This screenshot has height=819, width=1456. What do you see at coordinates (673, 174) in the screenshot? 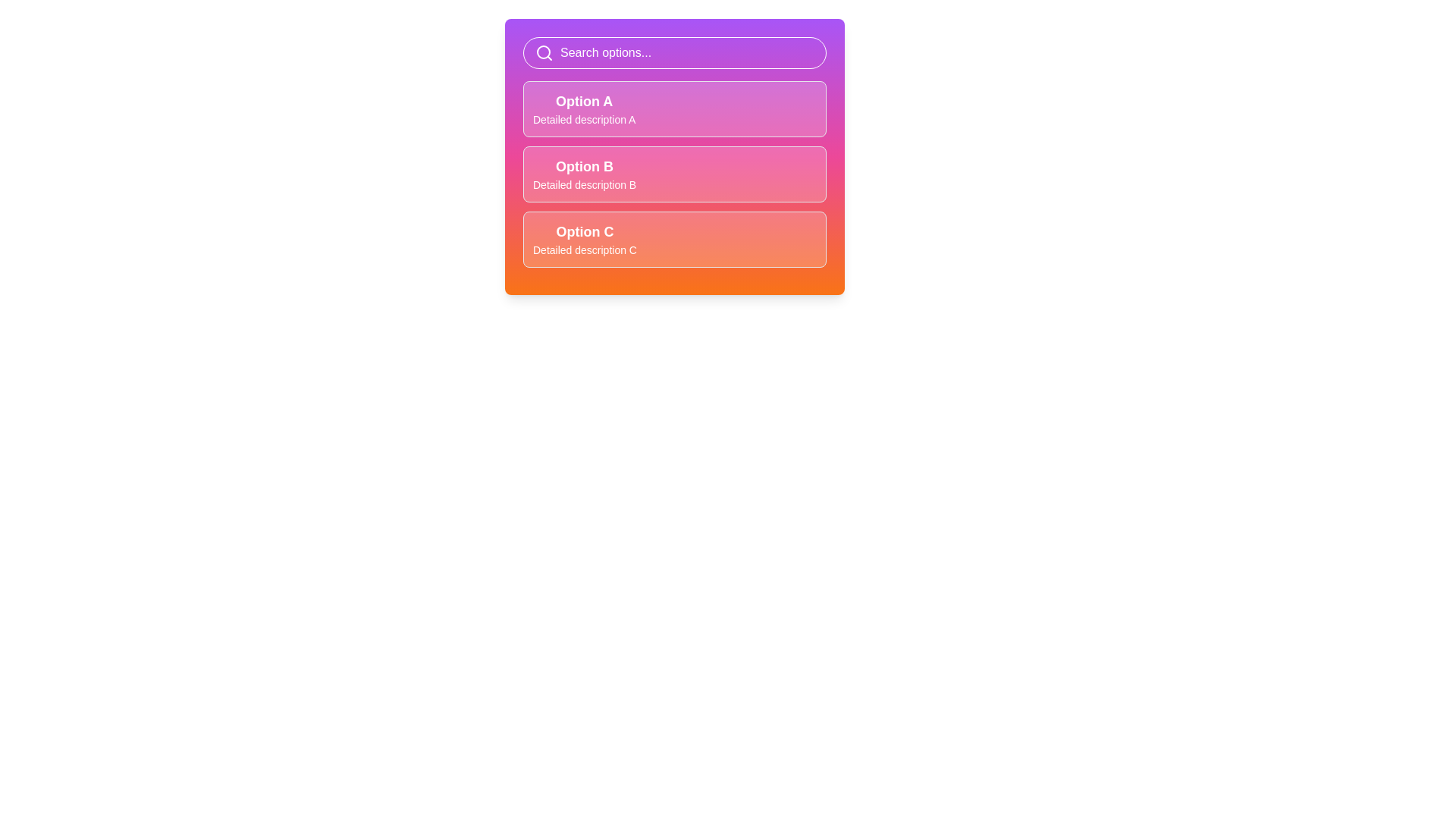
I see `the selectable list option titled 'Option B' with a gradient background` at bounding box center [673, 174].